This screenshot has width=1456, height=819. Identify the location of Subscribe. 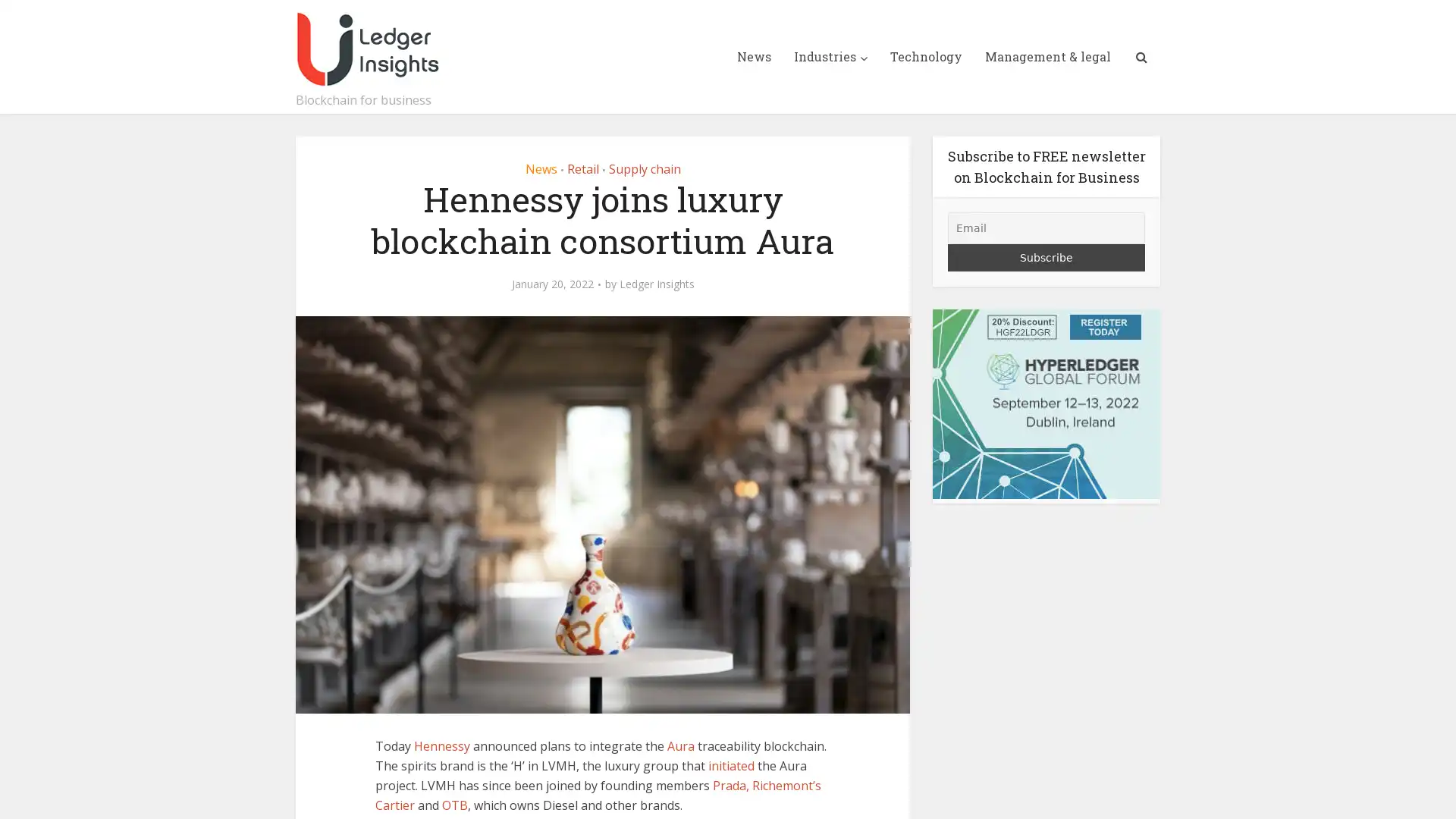
(1046, 256).